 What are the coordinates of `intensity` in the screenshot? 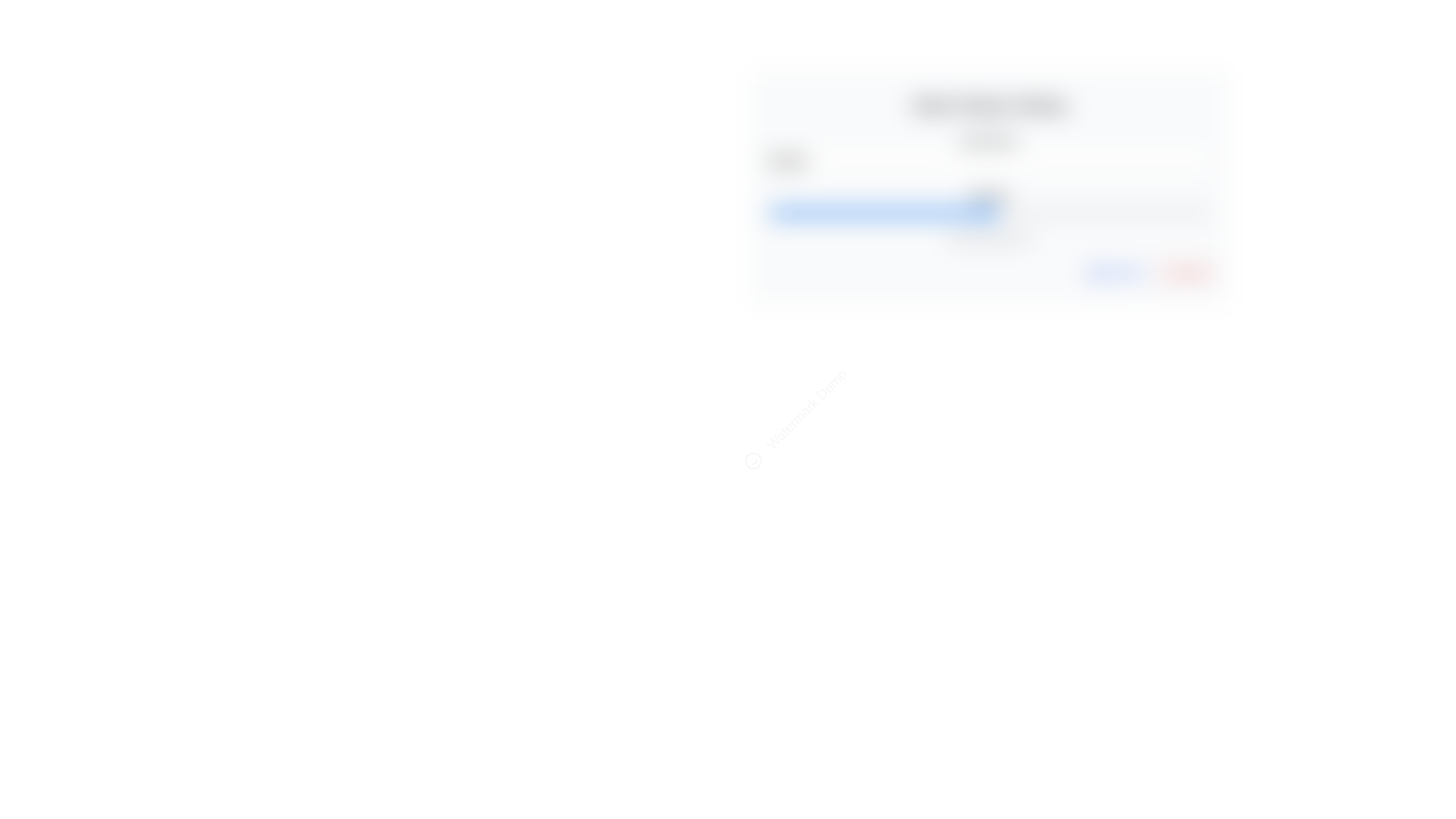 It's located at (1187, 213).